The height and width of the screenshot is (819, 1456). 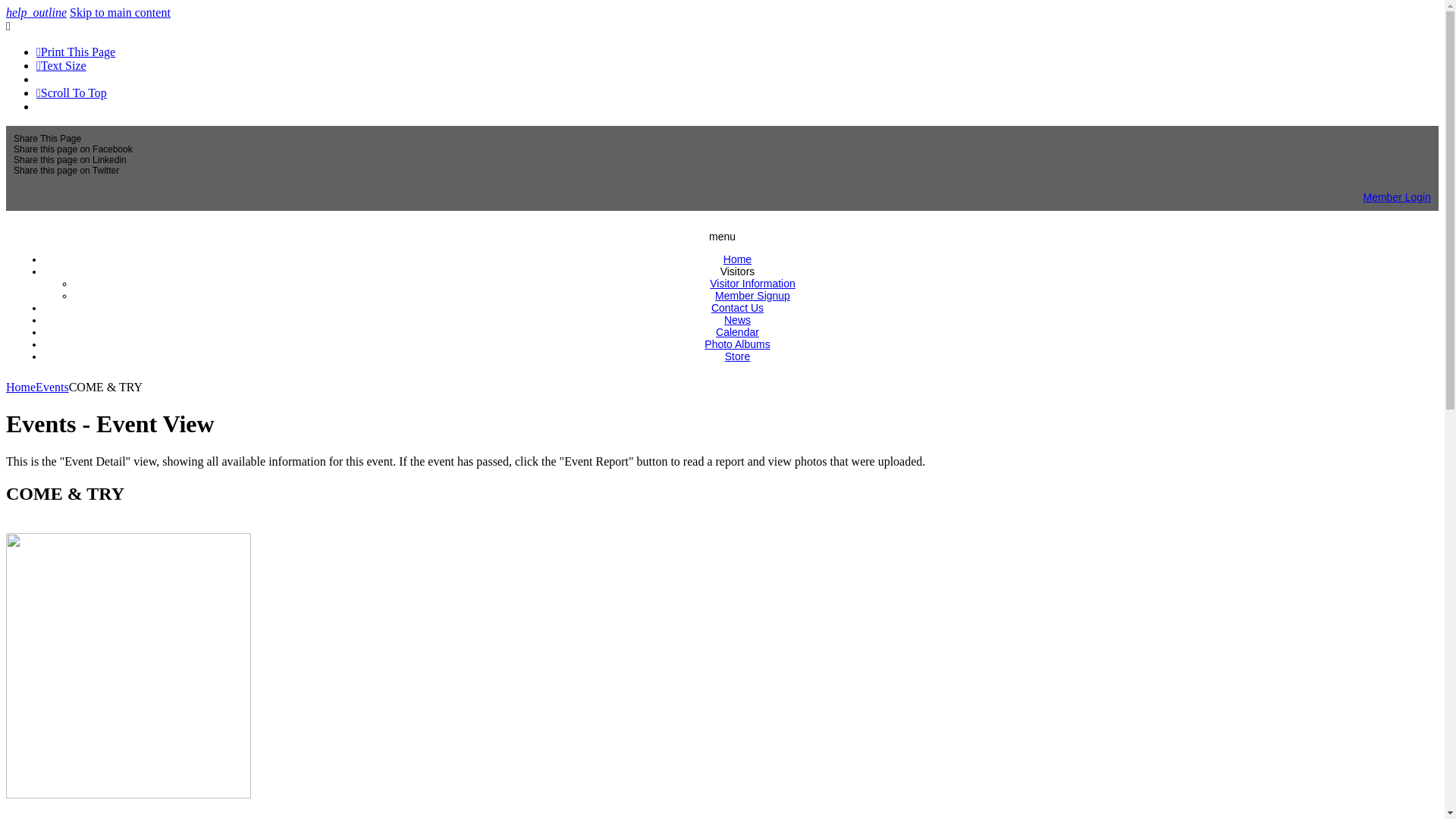 I want to click on 'Home', so click(x=20, y=386).